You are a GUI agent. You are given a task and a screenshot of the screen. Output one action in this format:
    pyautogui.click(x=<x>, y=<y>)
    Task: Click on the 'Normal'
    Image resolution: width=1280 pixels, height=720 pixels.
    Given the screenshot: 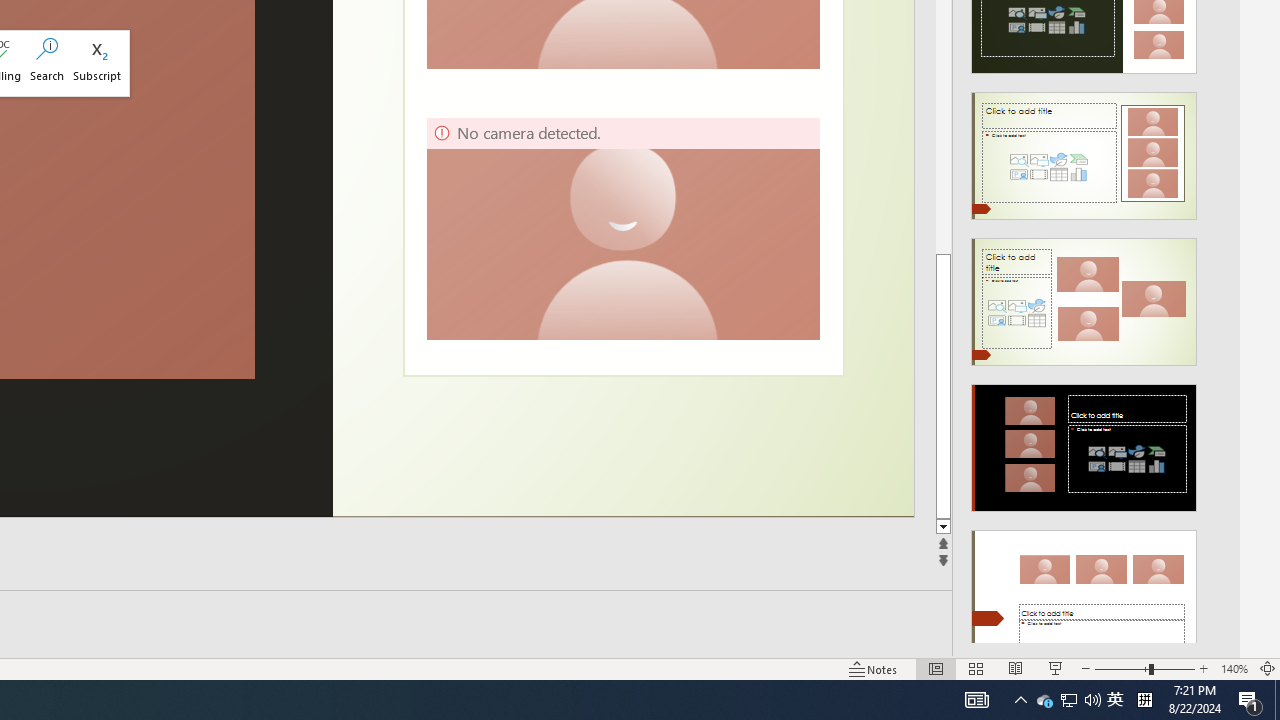 What is the action you would take?
    pyautogui.click(x=935, y=669)
    